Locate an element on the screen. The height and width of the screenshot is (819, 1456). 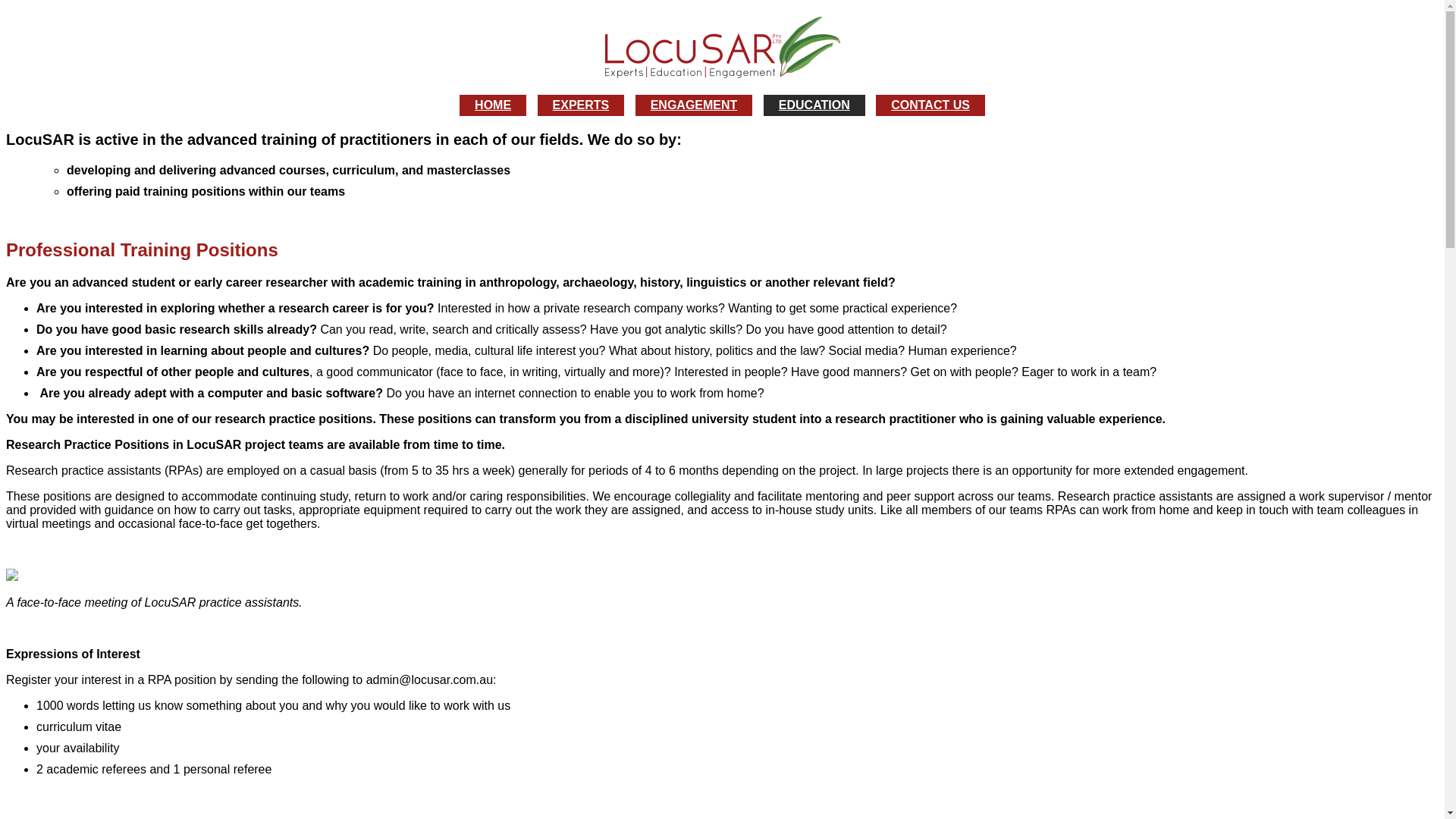
'HOME' is located at coordinates (492, 104).